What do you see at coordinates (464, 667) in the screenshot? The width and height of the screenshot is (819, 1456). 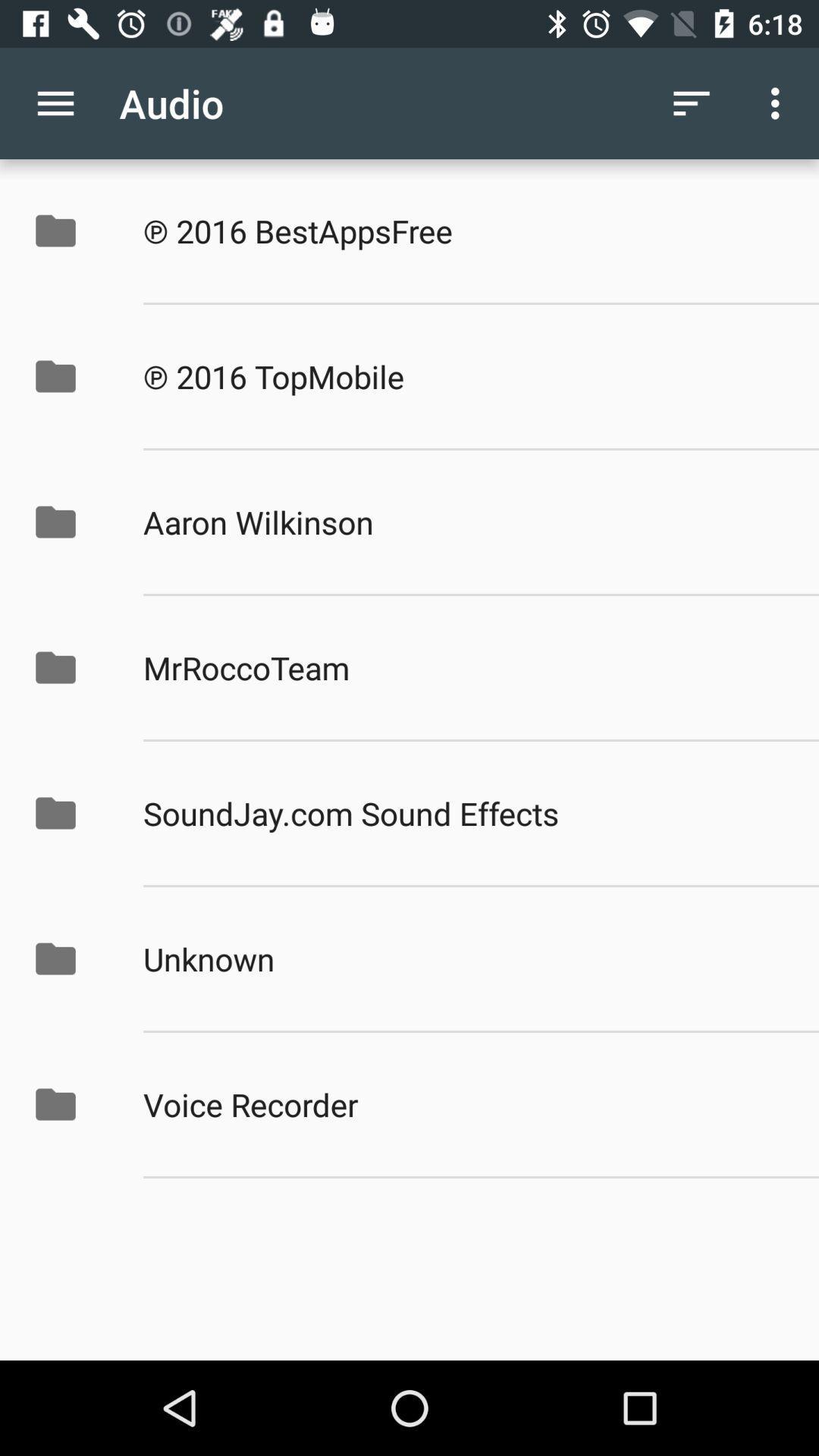 I see `mrroccoteam app` at bounding box center [464, 667].